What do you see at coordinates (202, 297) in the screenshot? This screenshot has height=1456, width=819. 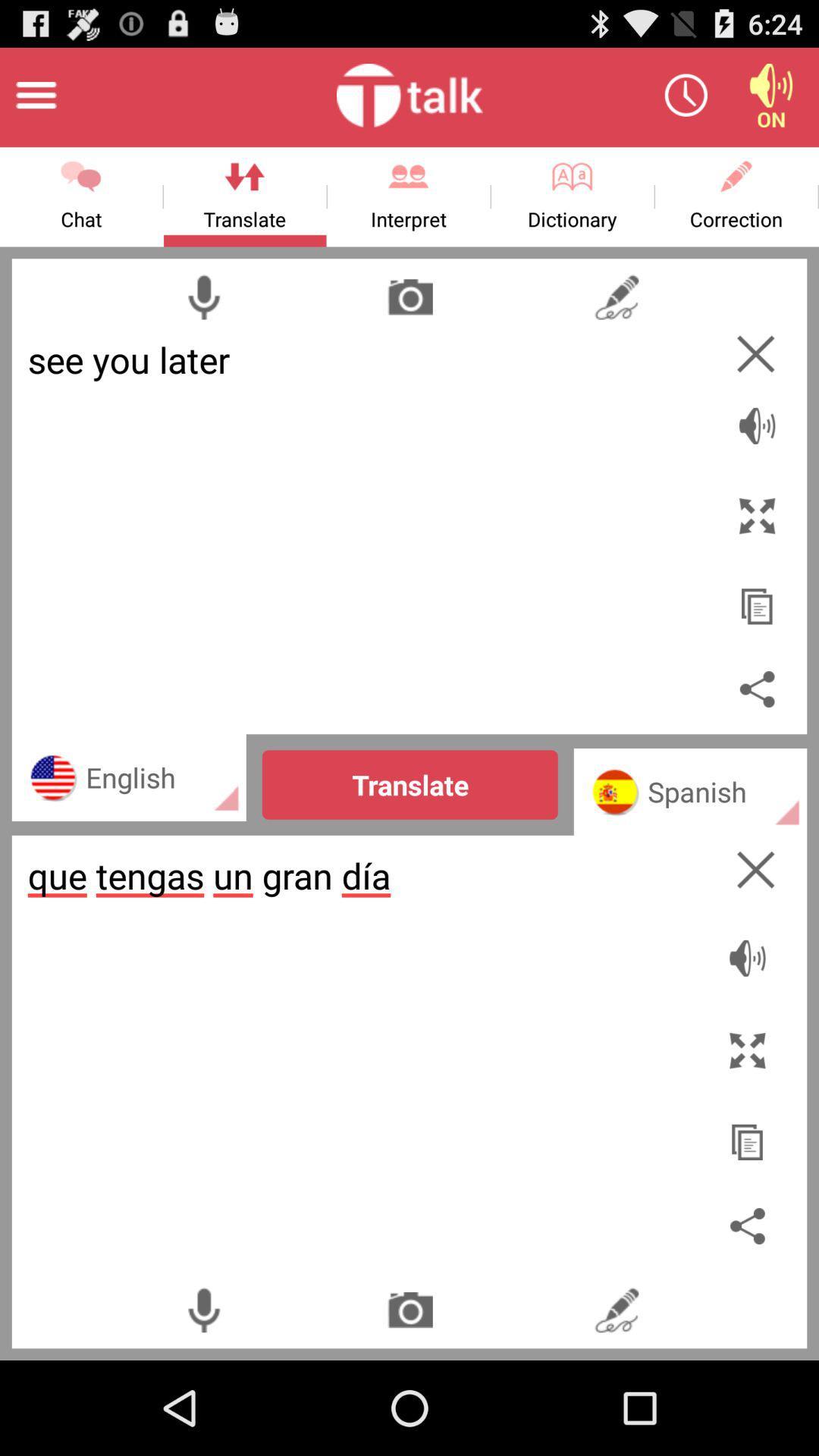 I see `record` at bounding box center [202, 297].